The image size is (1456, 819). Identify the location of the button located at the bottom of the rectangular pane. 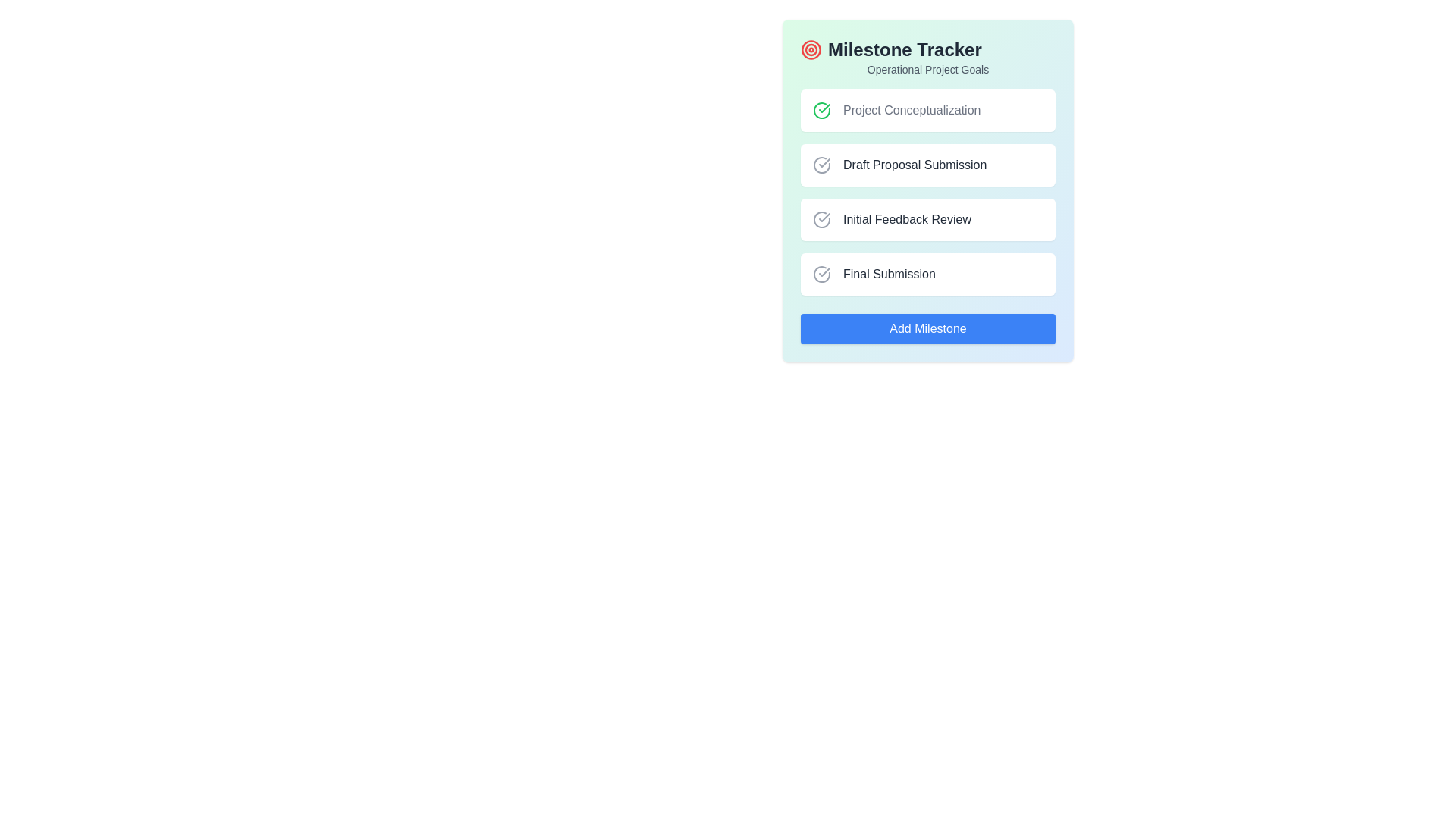
(927, 328).